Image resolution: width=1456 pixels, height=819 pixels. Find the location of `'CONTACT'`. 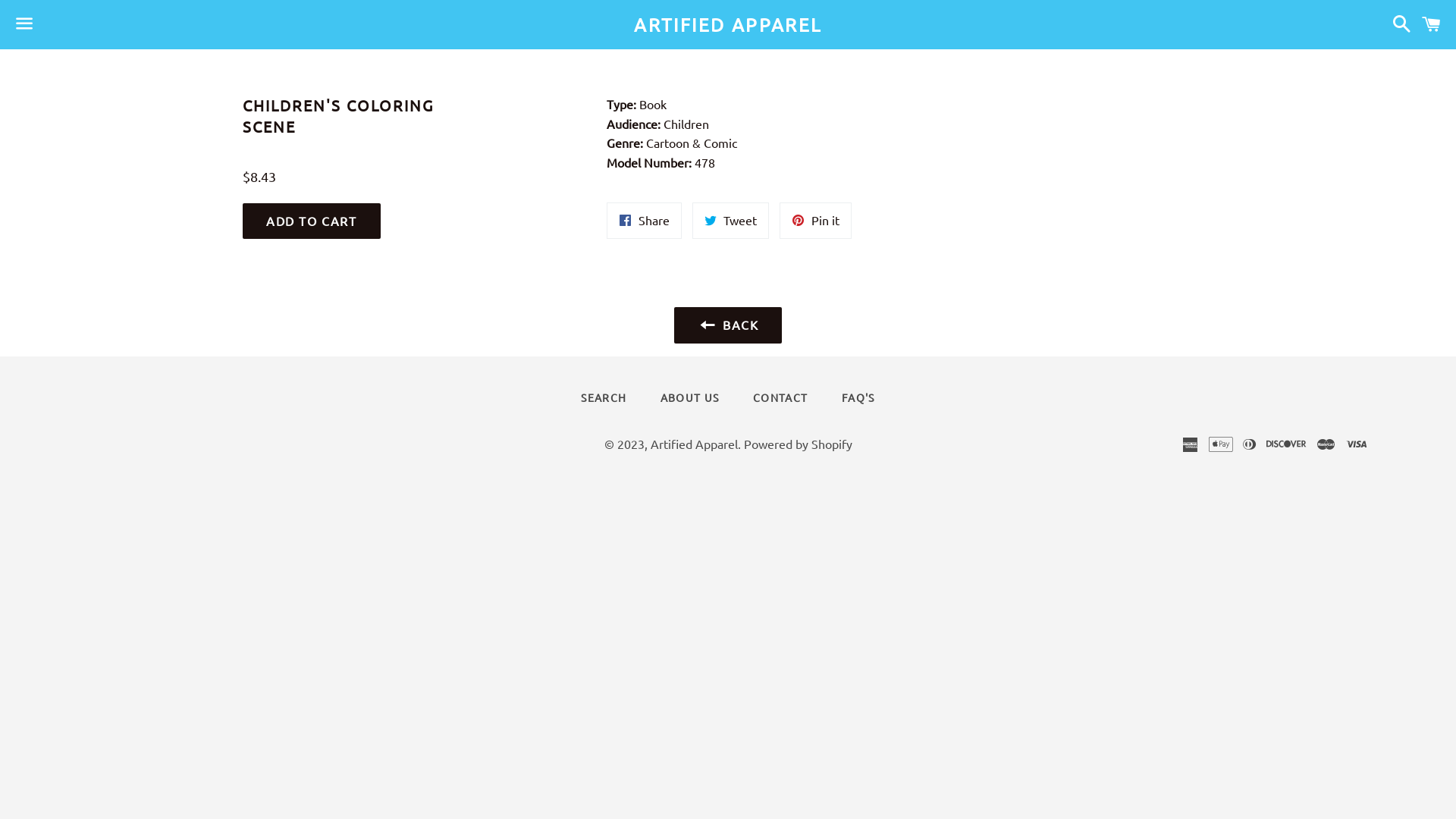

'CONTACT' is located at coordinates (780, 397).